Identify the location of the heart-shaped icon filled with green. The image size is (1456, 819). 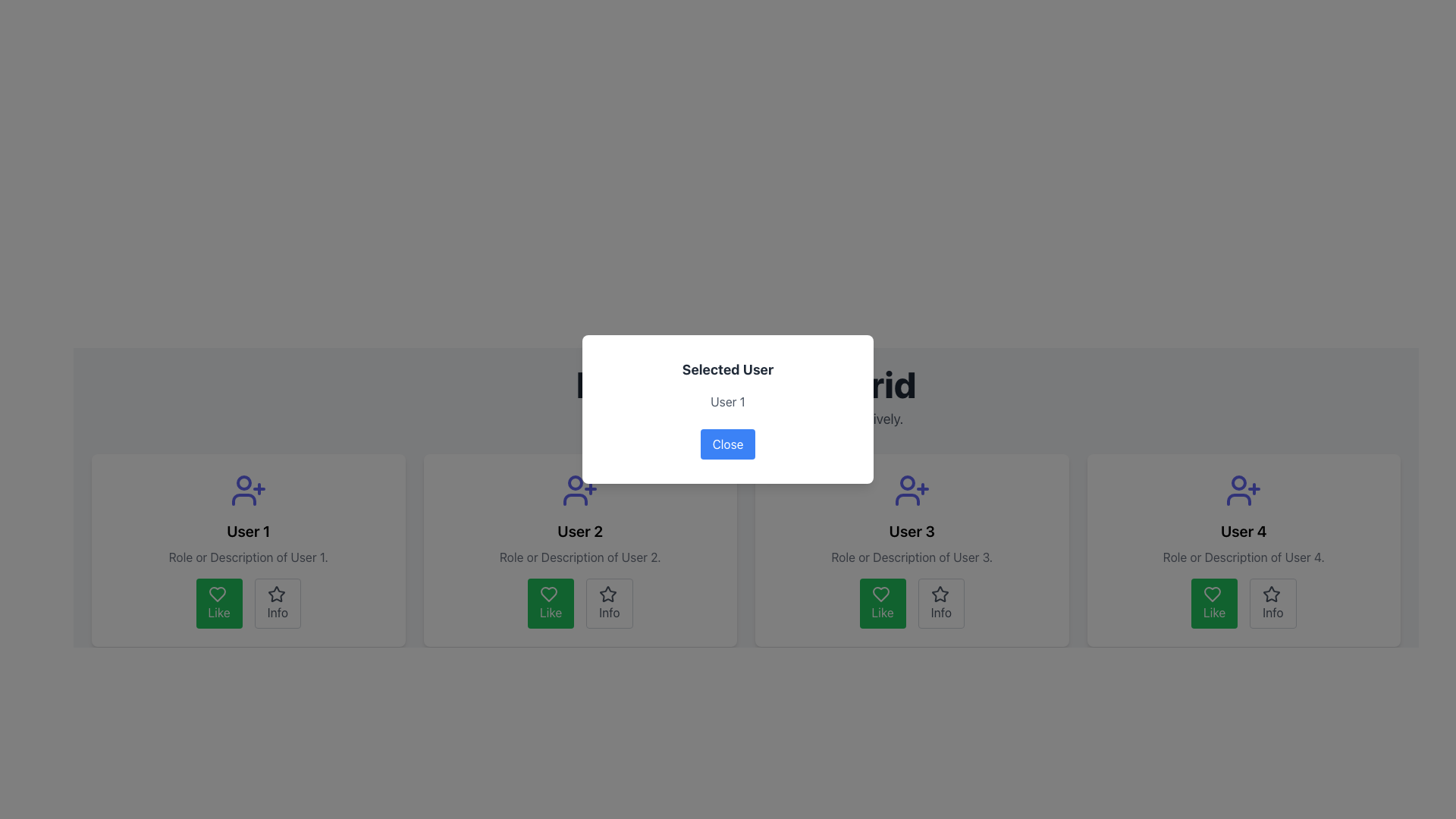
(216, 593).